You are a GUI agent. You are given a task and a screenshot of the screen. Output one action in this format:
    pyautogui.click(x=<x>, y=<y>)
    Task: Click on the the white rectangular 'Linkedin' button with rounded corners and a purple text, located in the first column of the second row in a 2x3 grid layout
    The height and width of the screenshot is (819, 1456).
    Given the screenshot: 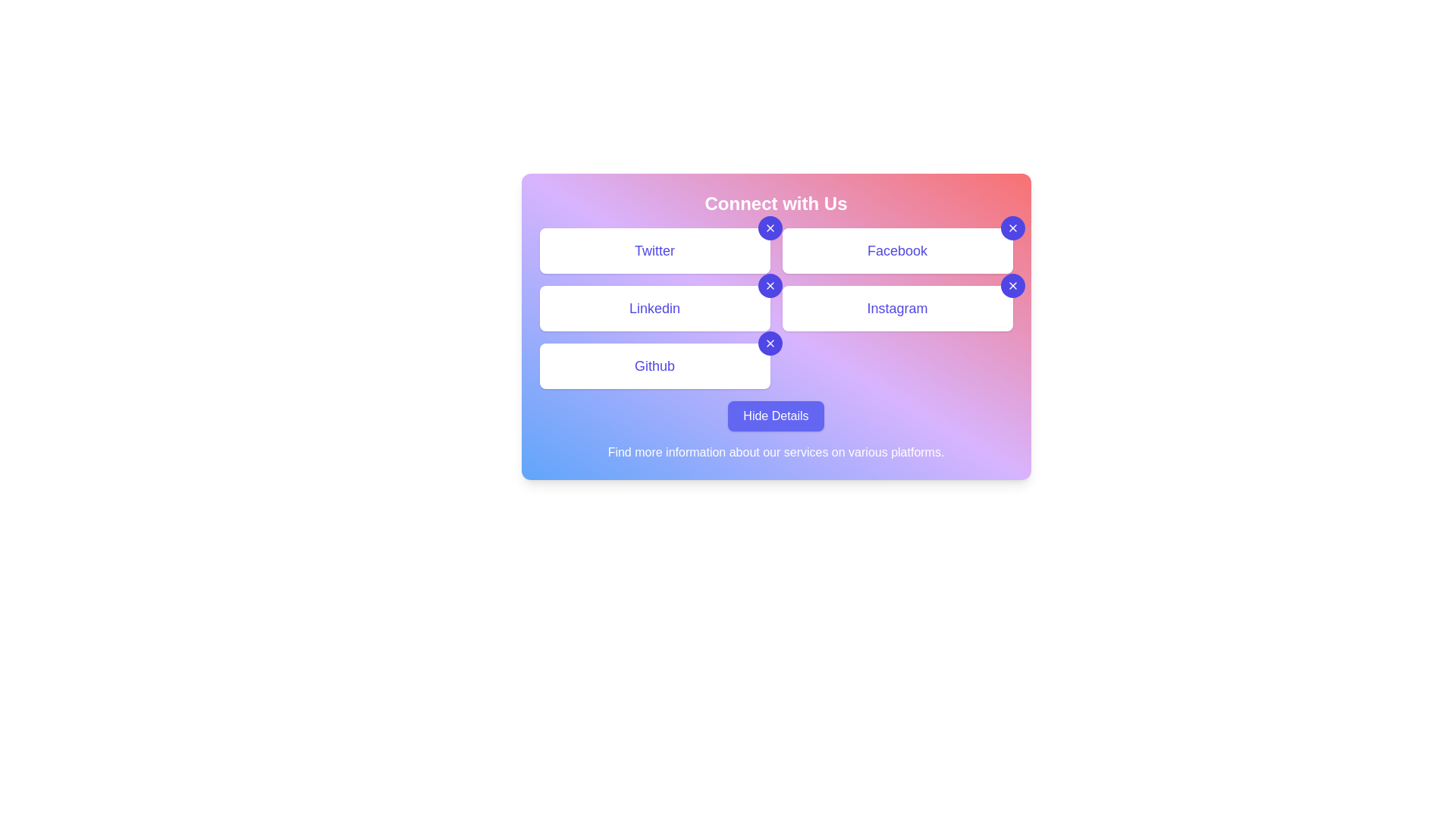 What is the action you would take?
    pyautogui.click(x=654, y=308)
    